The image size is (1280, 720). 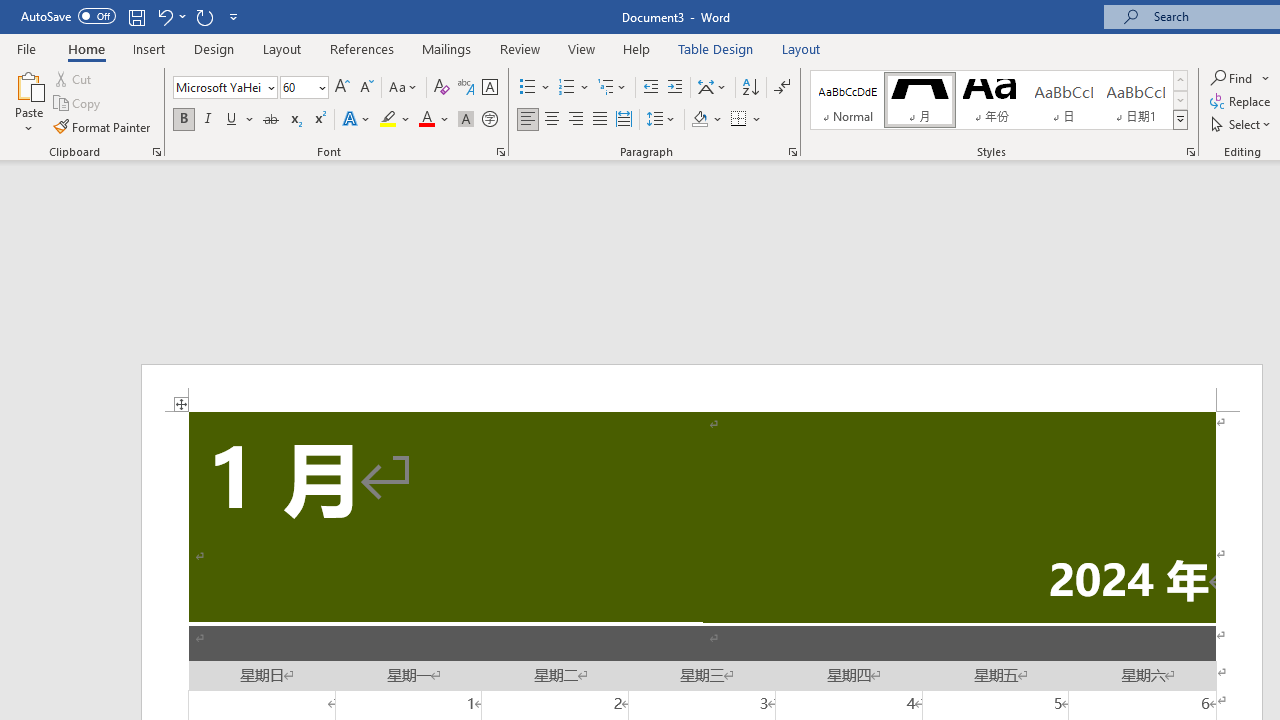 What do you see at coordinates (155, 150) in the screenshot?
I see `'Office Clipboard...'` at bounding box center [155, 150].